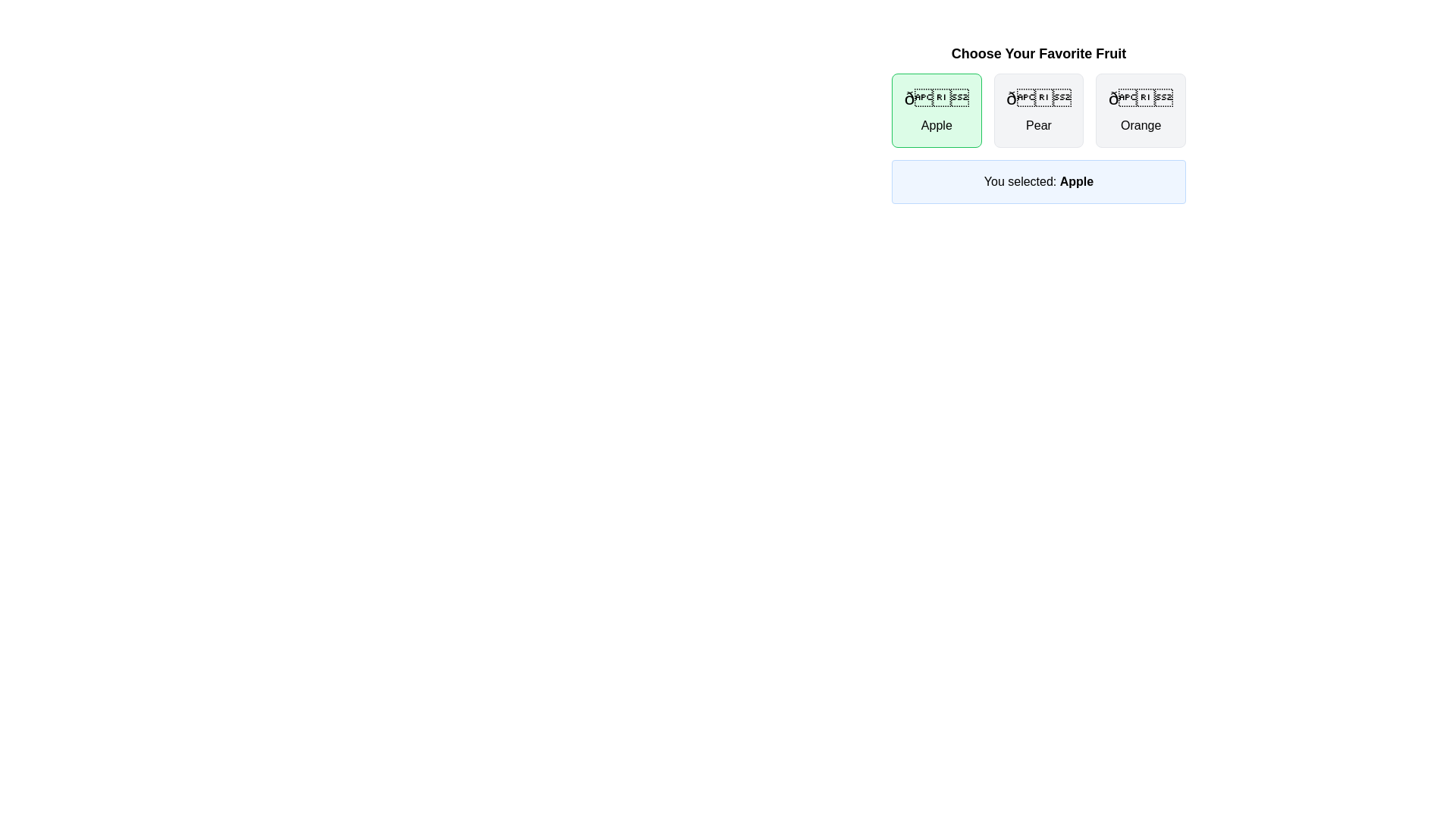 This screenshot has height=819, width=1456. What do you see at coordinates (936, 110) in the screenshot?
I see `the selectable card representing 'Apple' in the top-left corner of the grid` at bounding box center [936, 110].